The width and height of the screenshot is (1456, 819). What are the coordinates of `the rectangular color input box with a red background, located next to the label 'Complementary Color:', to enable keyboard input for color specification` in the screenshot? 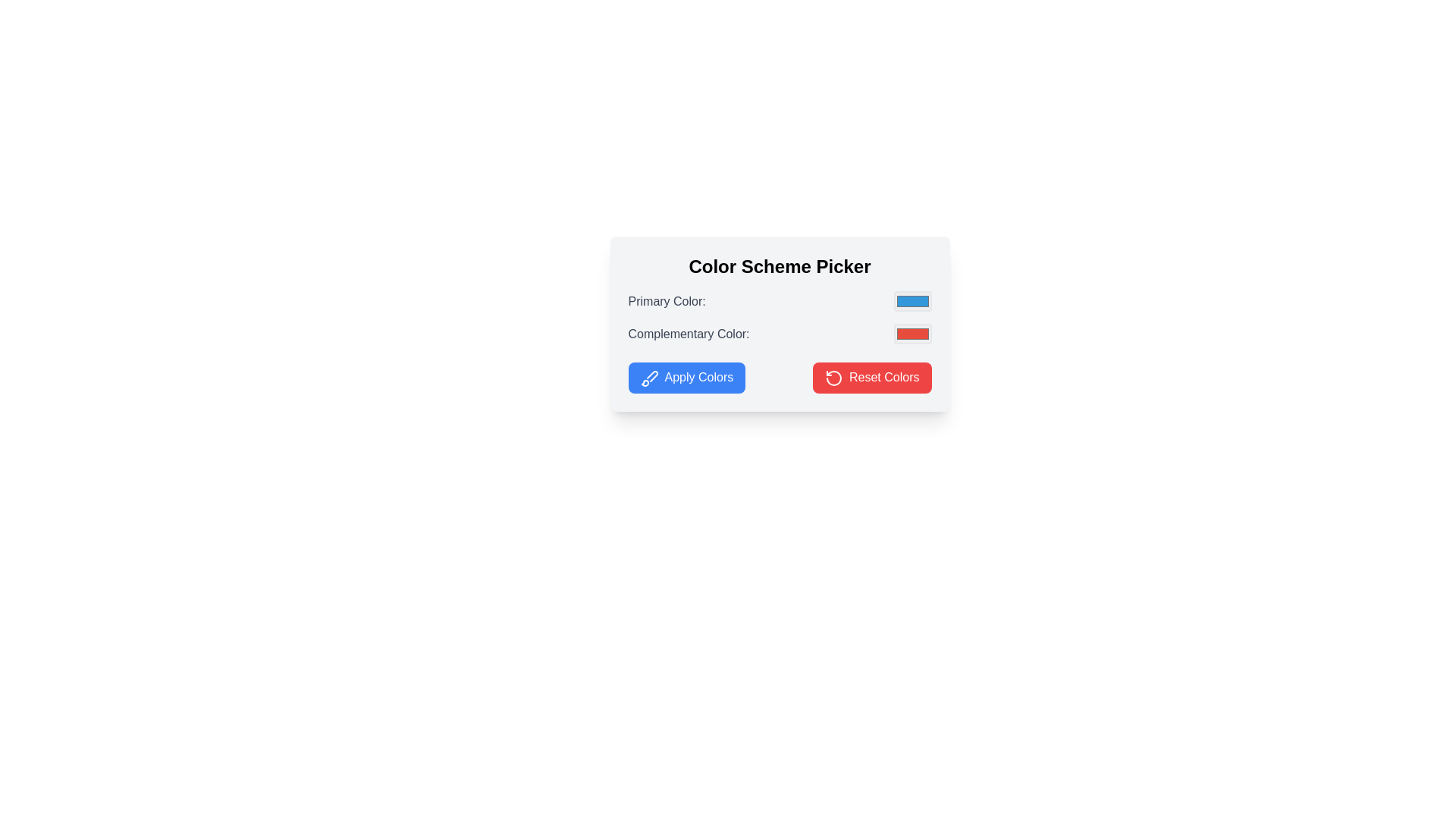 It's located at (912, 333).